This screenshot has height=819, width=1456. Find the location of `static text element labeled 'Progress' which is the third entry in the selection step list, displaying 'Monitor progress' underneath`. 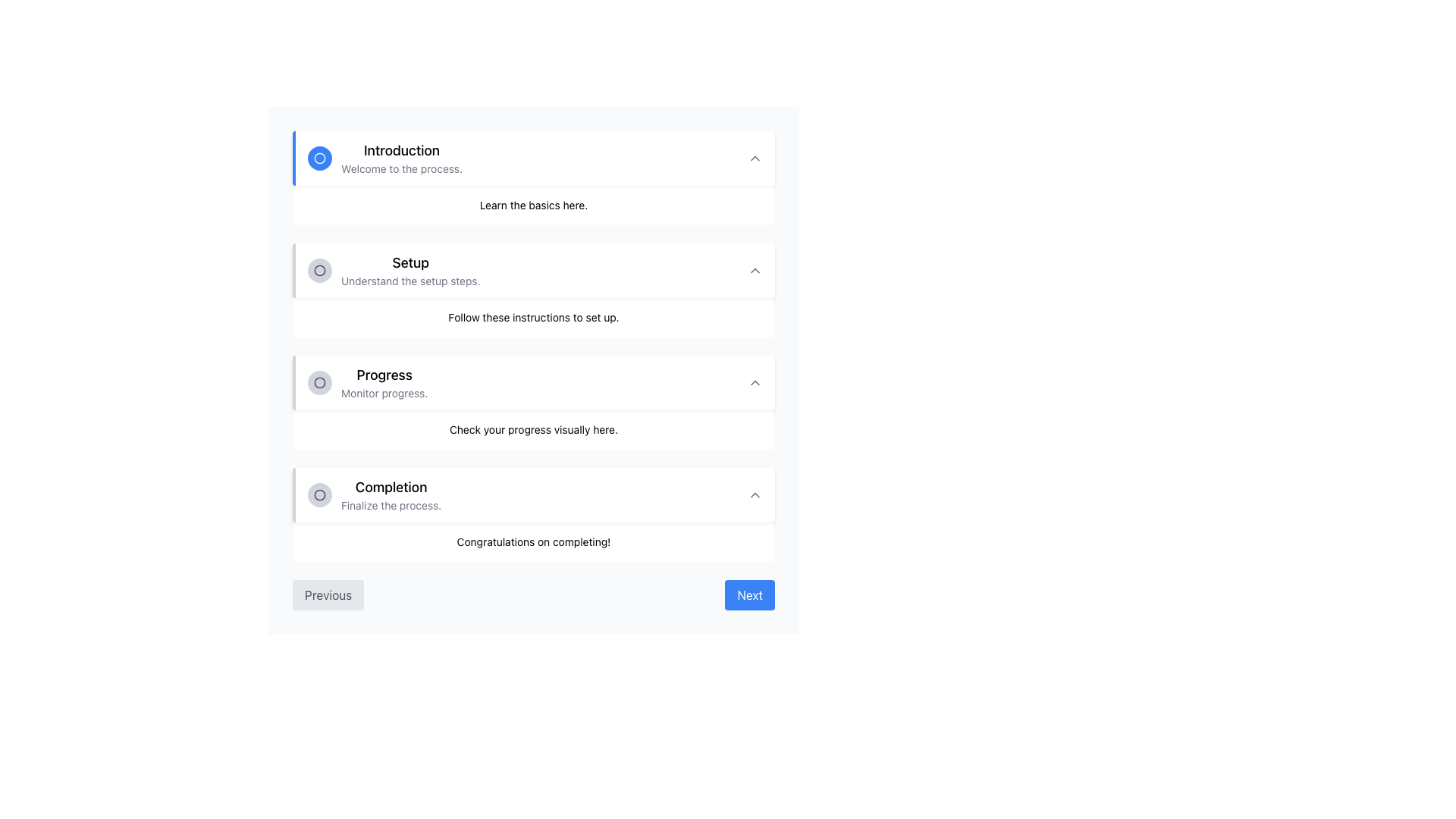

static text element labeled 'Progress' which is the third entry in the selection step list, displaying 'Monitor progress' underneath is located at coordinates (384, 382).